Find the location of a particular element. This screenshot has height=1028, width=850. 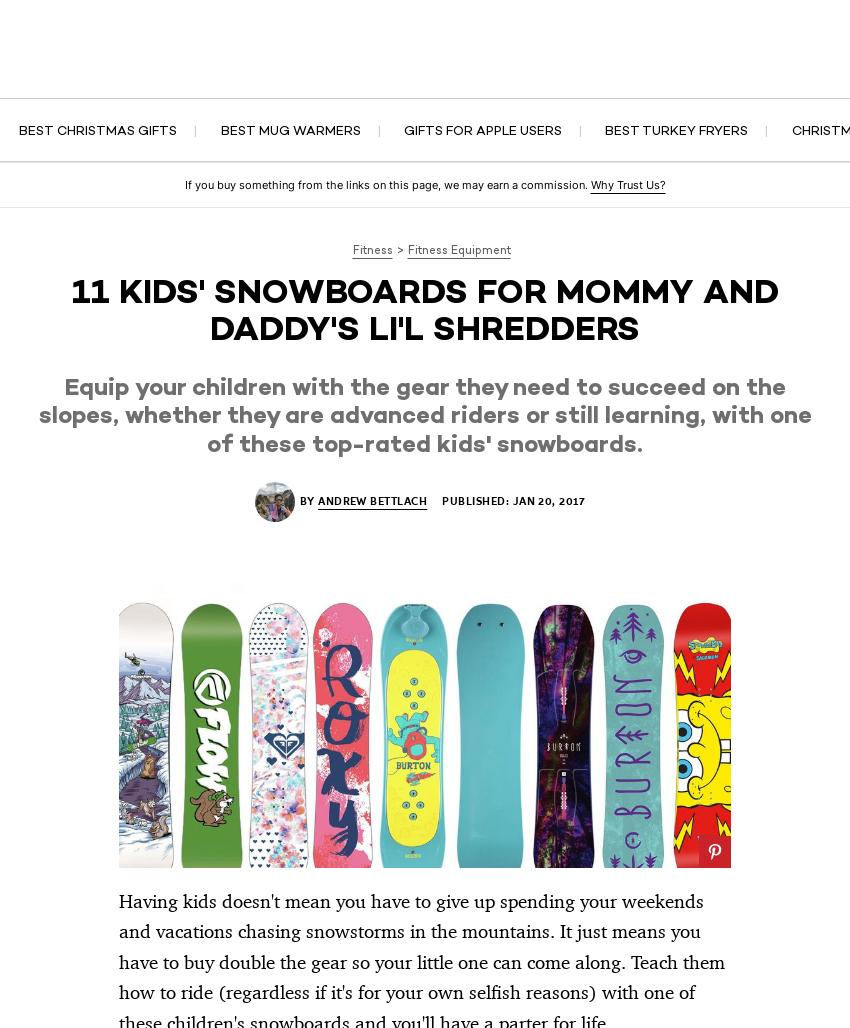

'Christmas' is located at coordinates (535, 70).